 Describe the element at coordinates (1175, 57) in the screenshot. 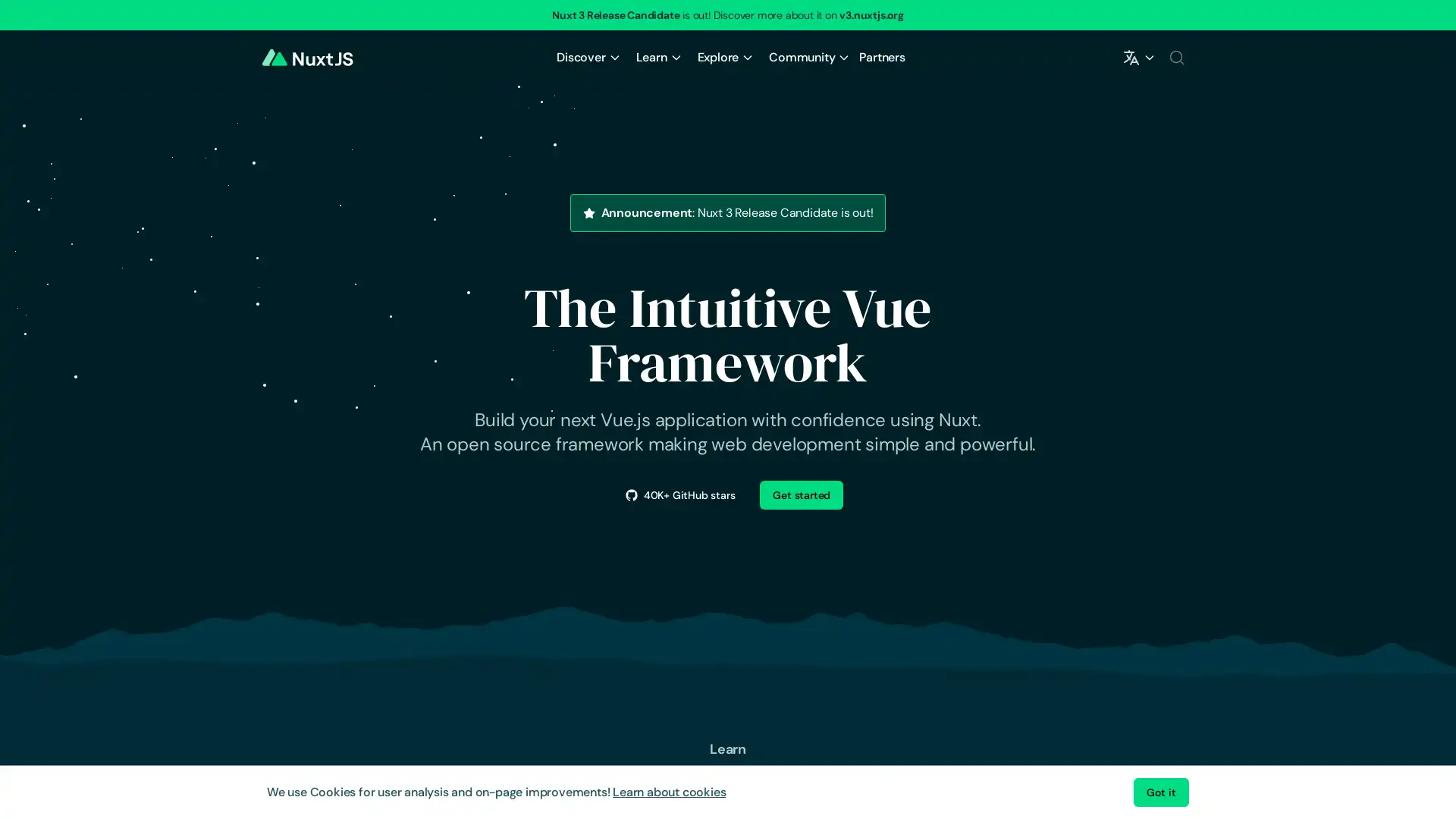

I see `Search` at that location.